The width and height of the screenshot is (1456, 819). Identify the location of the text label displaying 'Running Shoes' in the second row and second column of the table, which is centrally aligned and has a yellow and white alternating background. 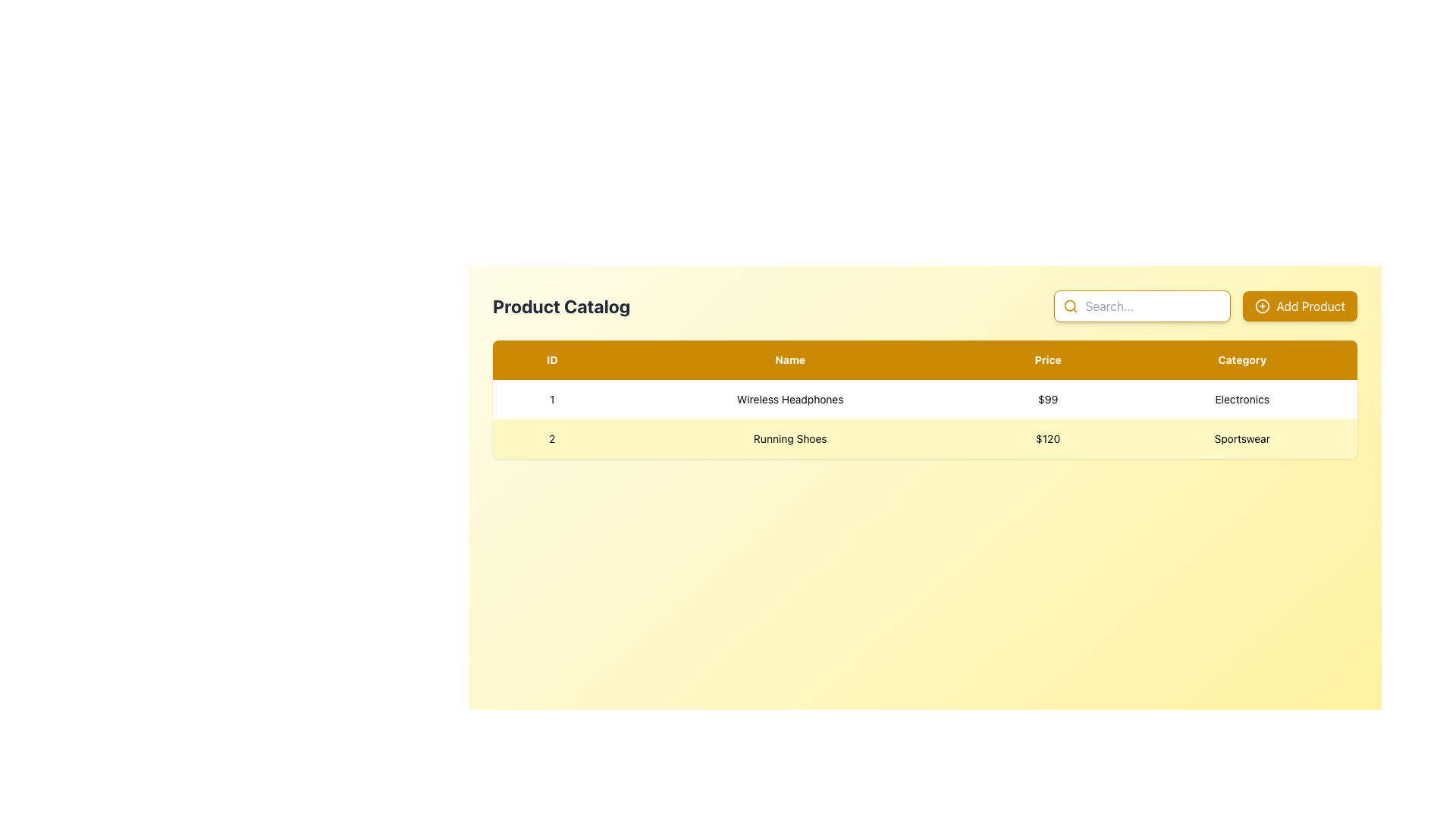
(789, 438).